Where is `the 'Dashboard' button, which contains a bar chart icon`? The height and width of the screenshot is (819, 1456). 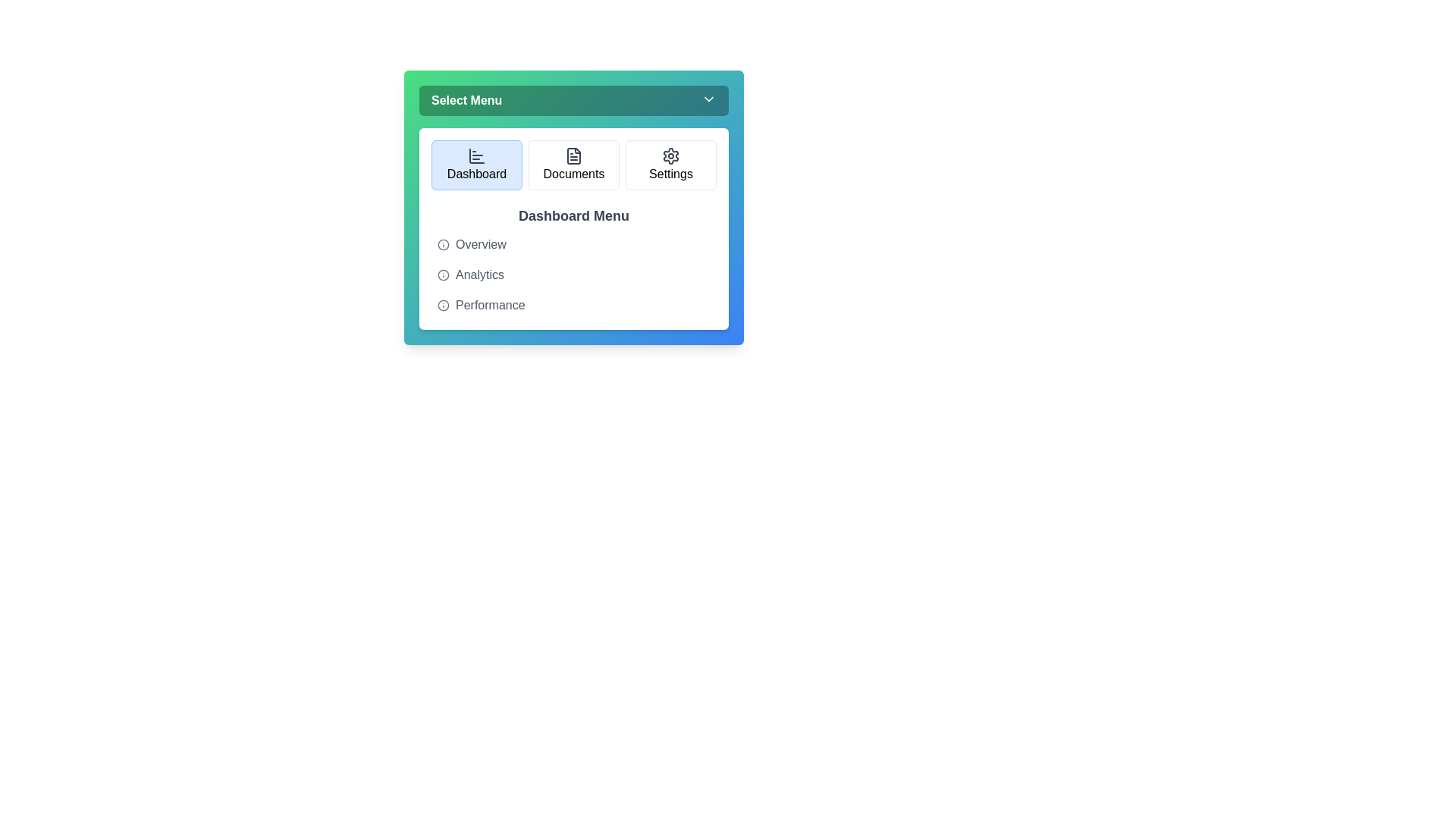
the 'Dashboard' button, which contains a bar chart icon is located at coordinates (475, 155).